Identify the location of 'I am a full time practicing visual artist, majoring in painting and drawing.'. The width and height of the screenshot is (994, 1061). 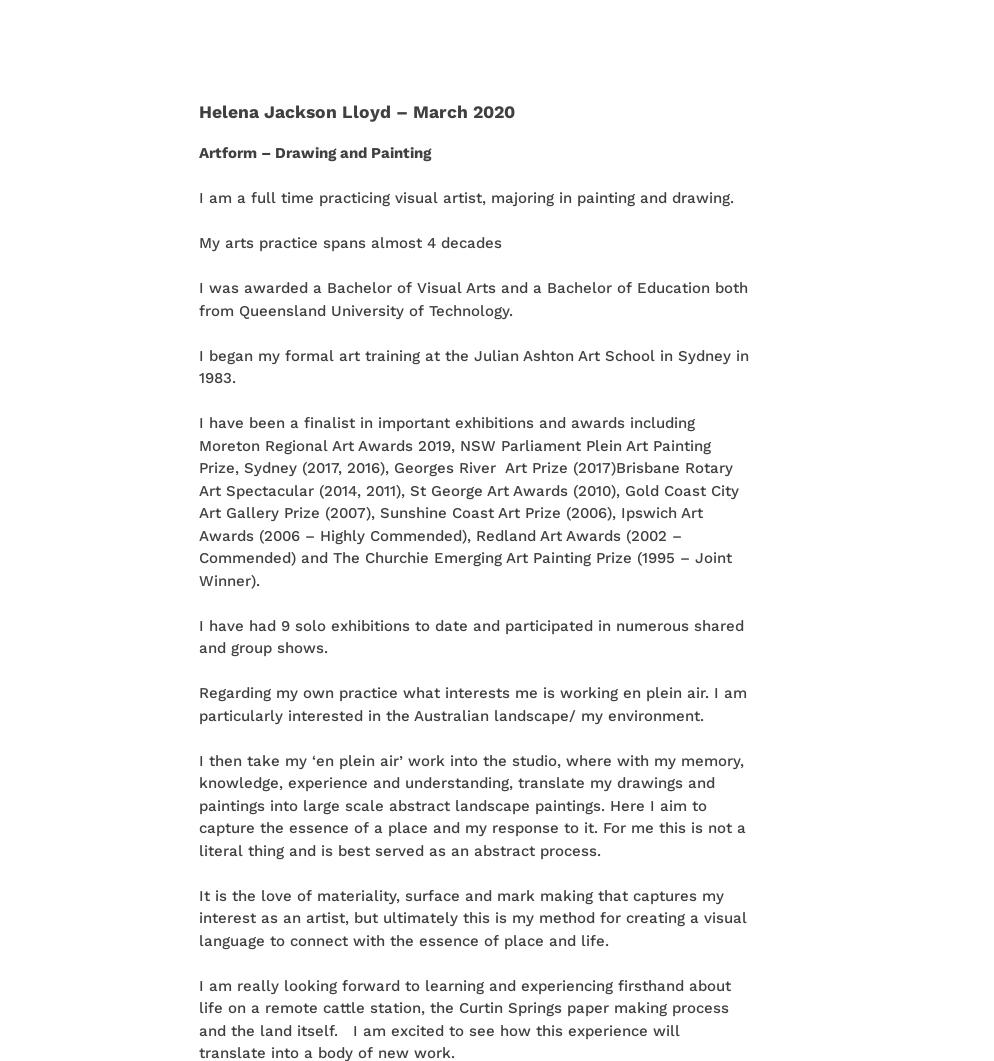
(465, 196).